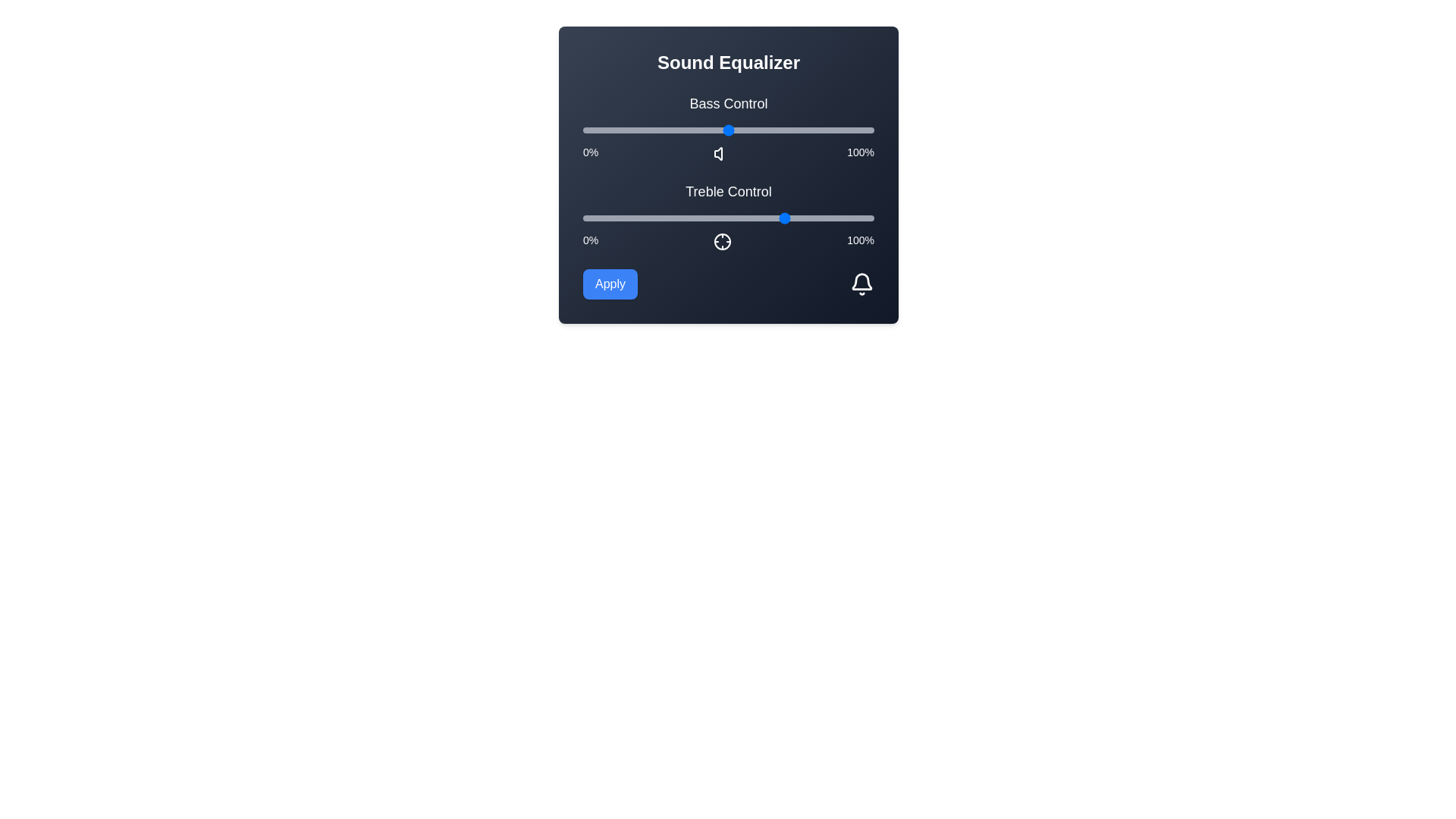 The image size is (1456, 819). Describe the element at coordinates (772, 130) in the screenshot. I see `the bass control slider to 65%` at that location.